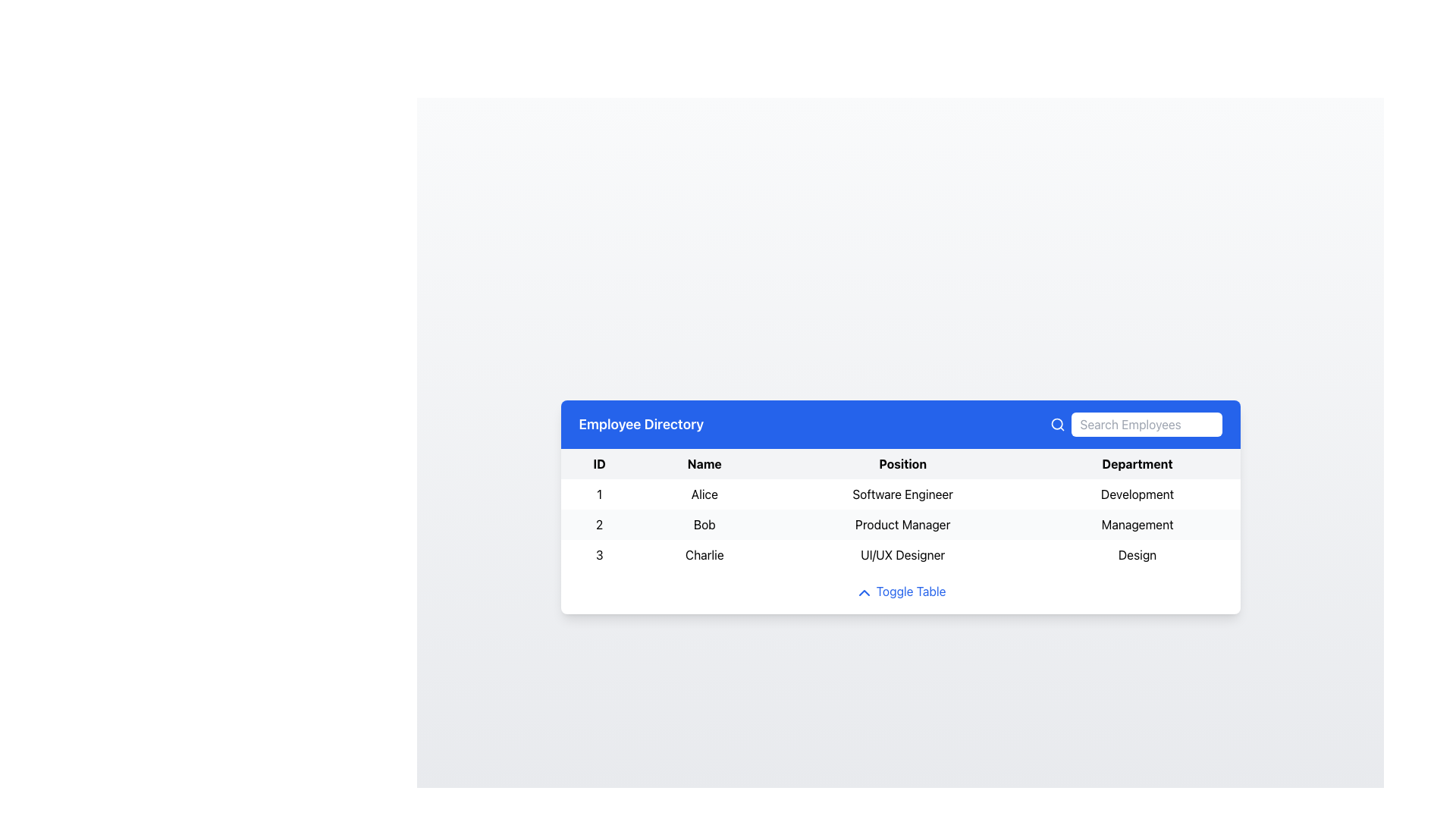  I want to click on text displayed in the Text label representing the individual "Bob" in the employee directory, located in the second cell of the "Name" column of the second row, so click(704, 524).